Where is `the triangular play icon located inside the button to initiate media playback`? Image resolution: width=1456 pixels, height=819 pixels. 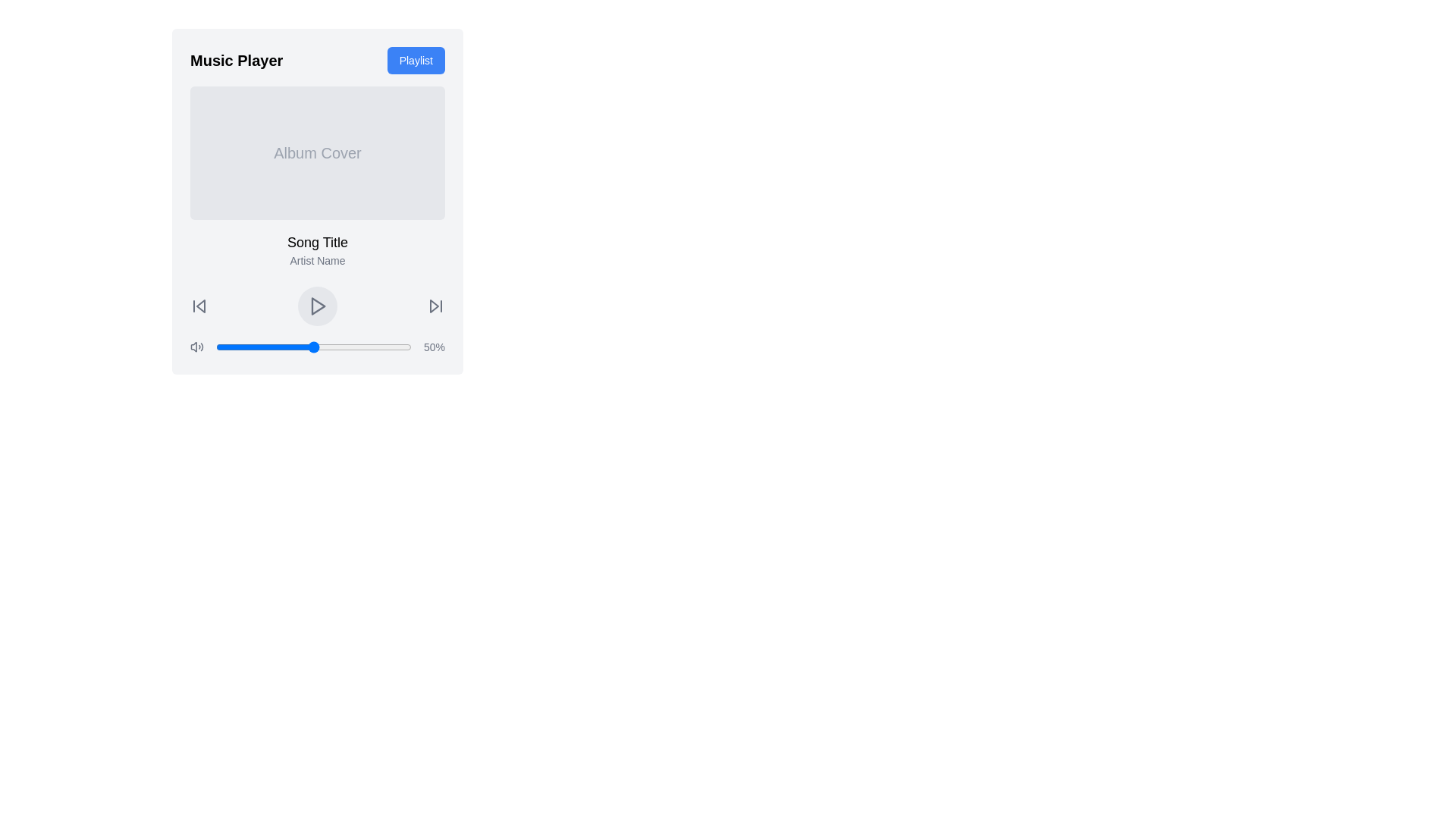 the triangular play icon located inside the button to initiate media playback is located at coordinates (318, 306).